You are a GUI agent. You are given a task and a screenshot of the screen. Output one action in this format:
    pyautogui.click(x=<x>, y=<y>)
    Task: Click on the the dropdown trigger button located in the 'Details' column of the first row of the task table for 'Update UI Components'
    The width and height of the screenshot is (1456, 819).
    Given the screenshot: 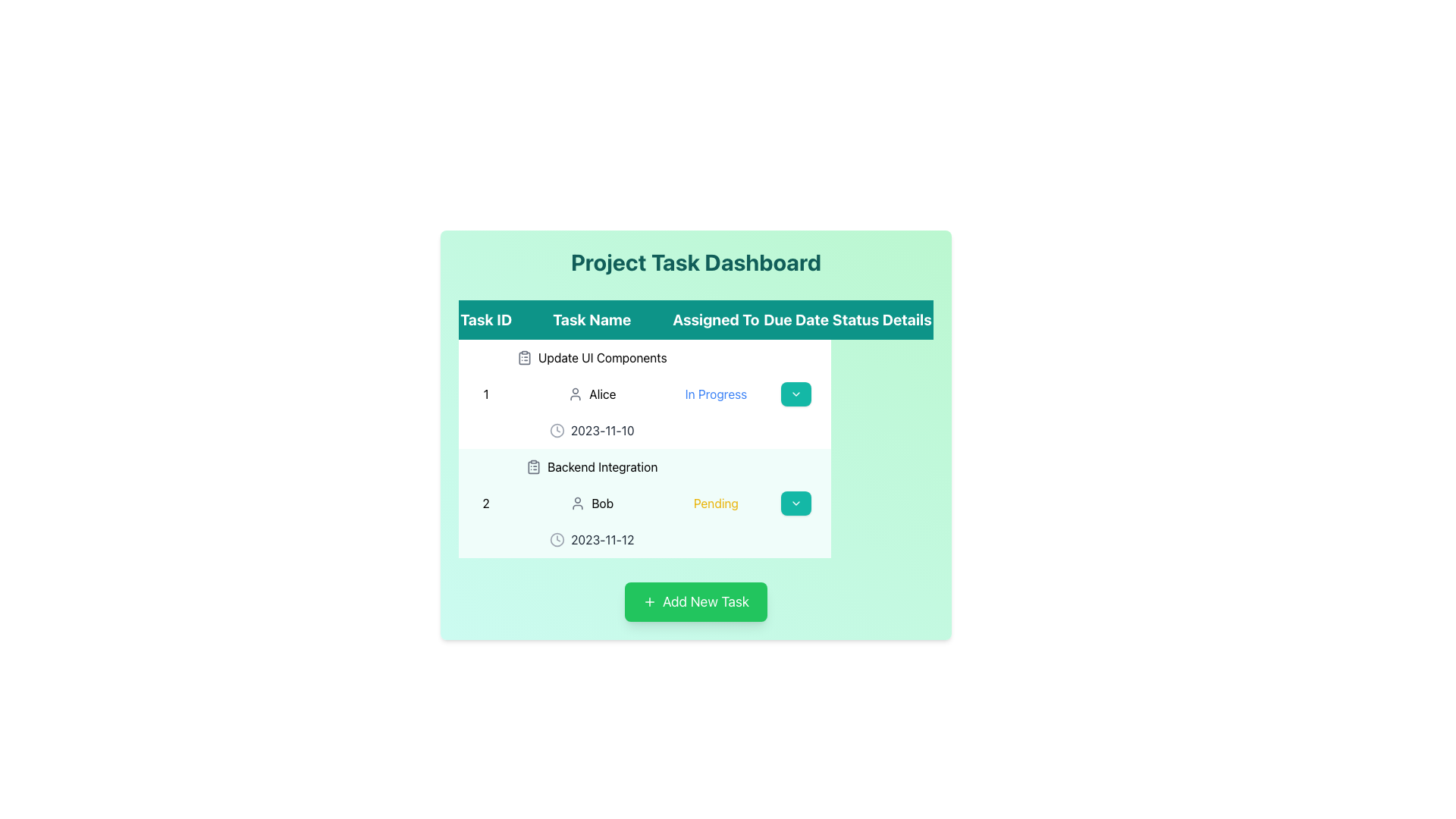 What is the action you would take?
    pyautogui.click(x=795, y=394)
    